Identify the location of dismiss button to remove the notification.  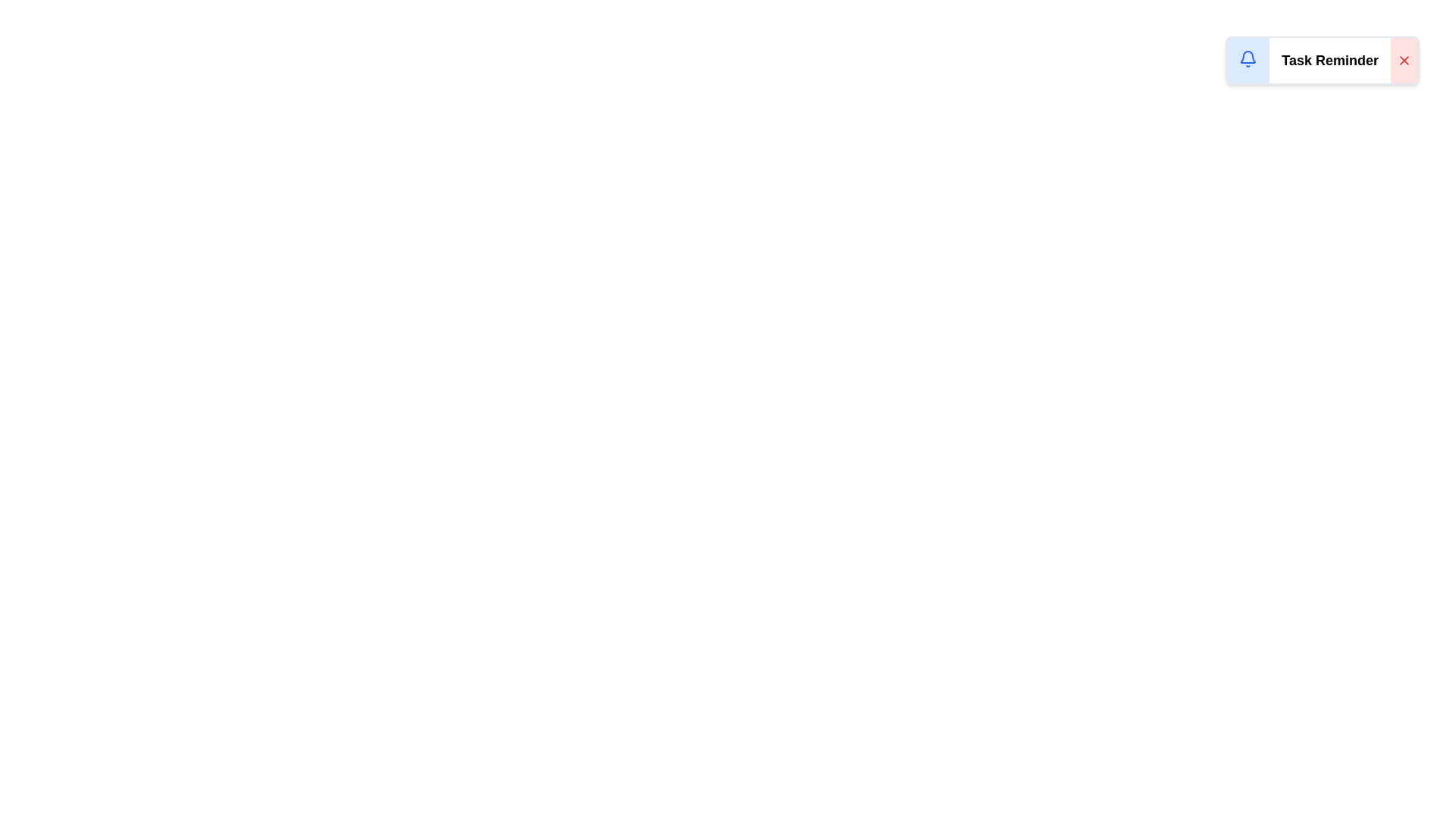
(1404, 60).